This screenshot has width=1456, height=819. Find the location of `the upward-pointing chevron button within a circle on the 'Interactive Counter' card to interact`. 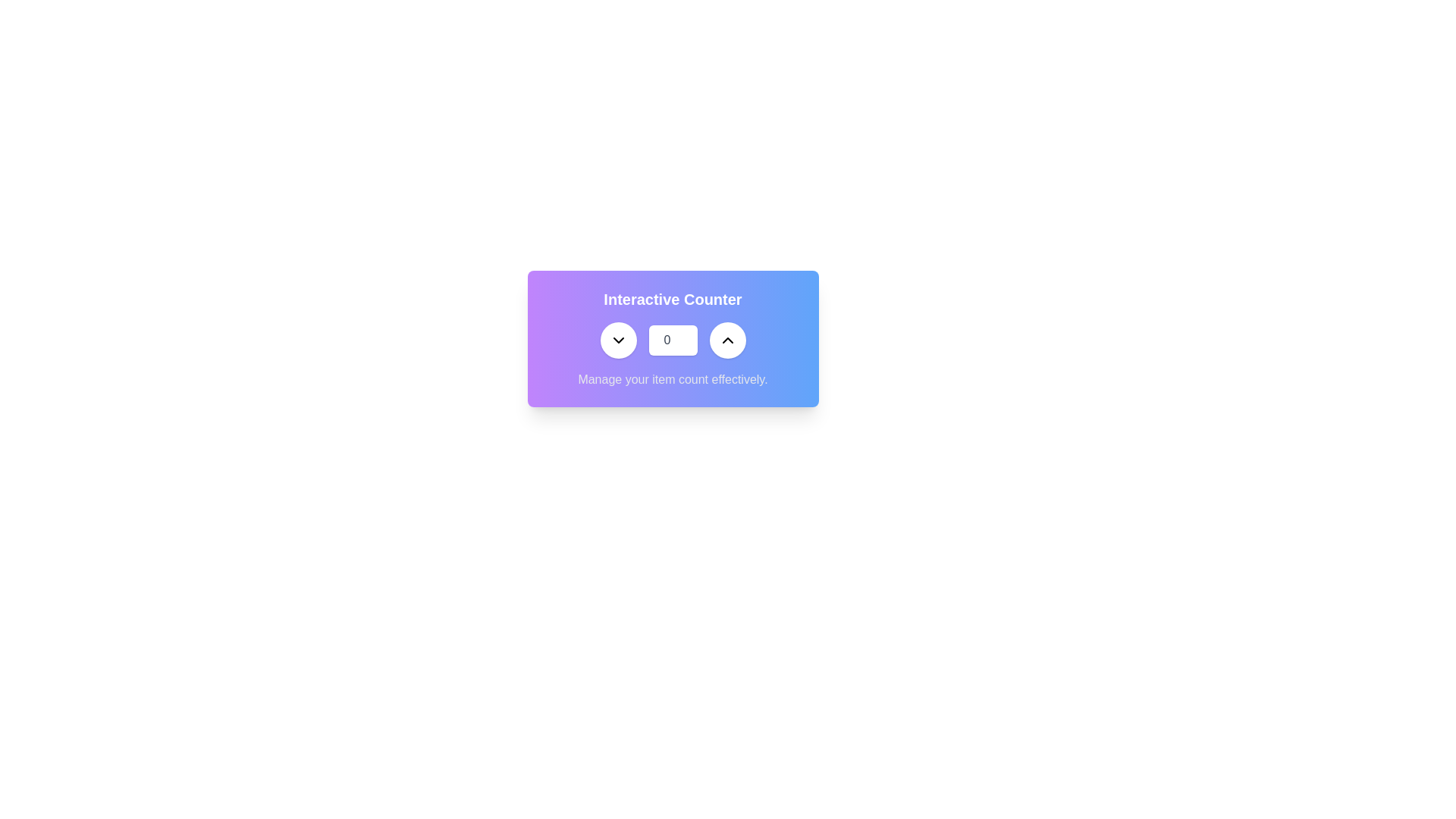

the upward-pointing chevron button within a circle on the 'Interactive Counter' card to interact is located at coordinates (726, 339).